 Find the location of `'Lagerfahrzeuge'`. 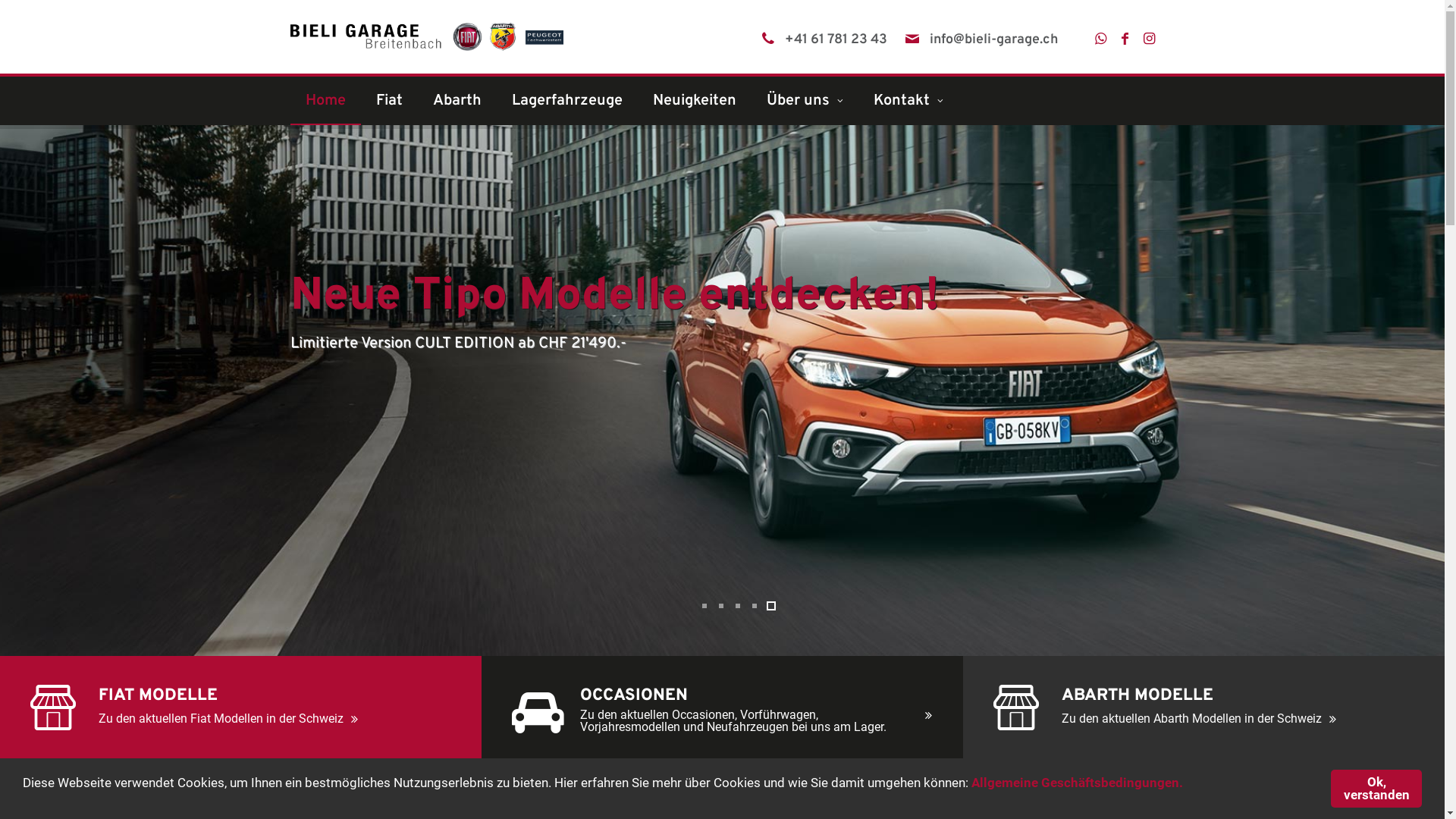

'Lagerfahrzeuge' is located at coordinates (566, 100).